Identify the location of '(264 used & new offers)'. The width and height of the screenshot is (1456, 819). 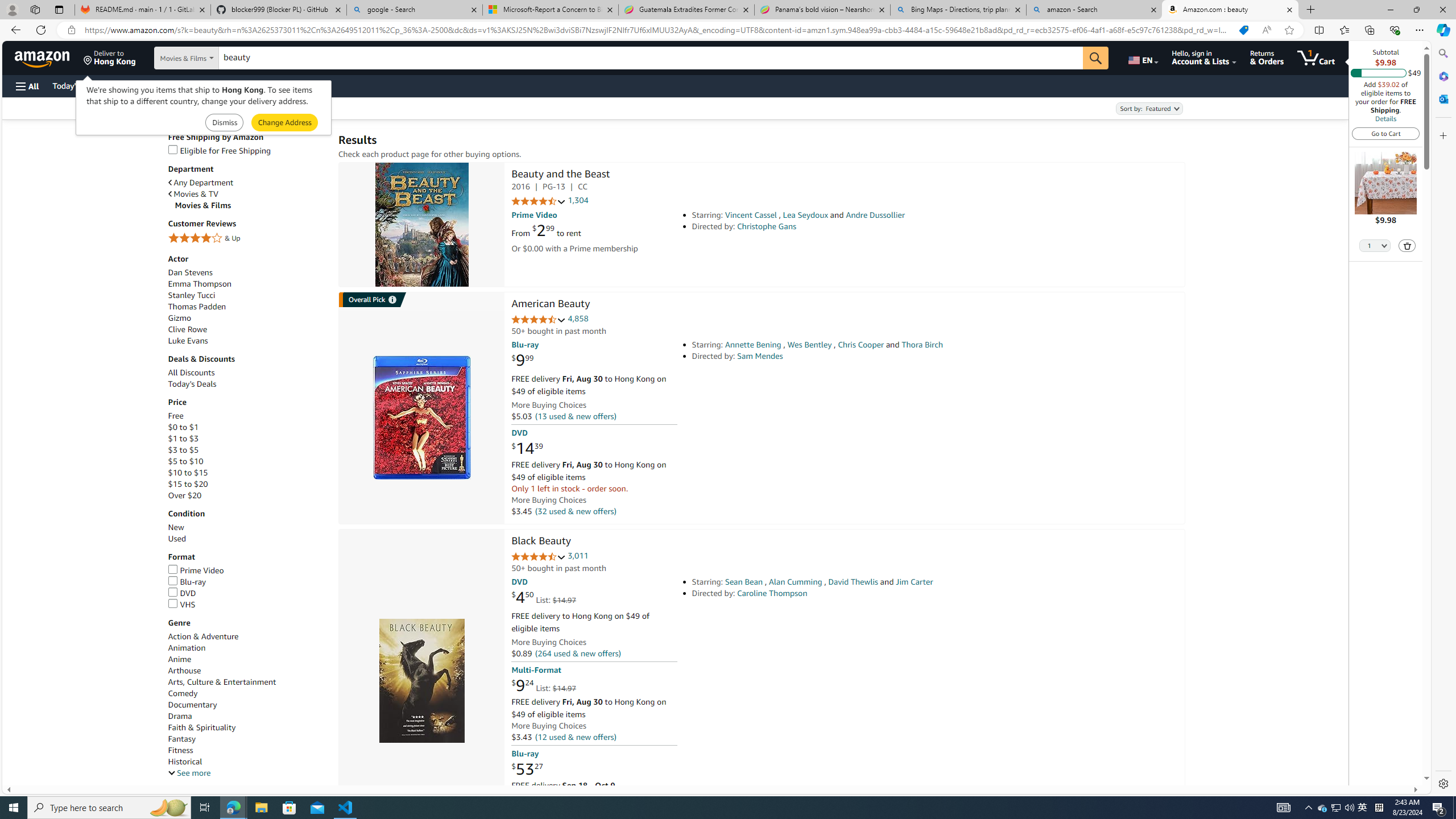
(577, 653).